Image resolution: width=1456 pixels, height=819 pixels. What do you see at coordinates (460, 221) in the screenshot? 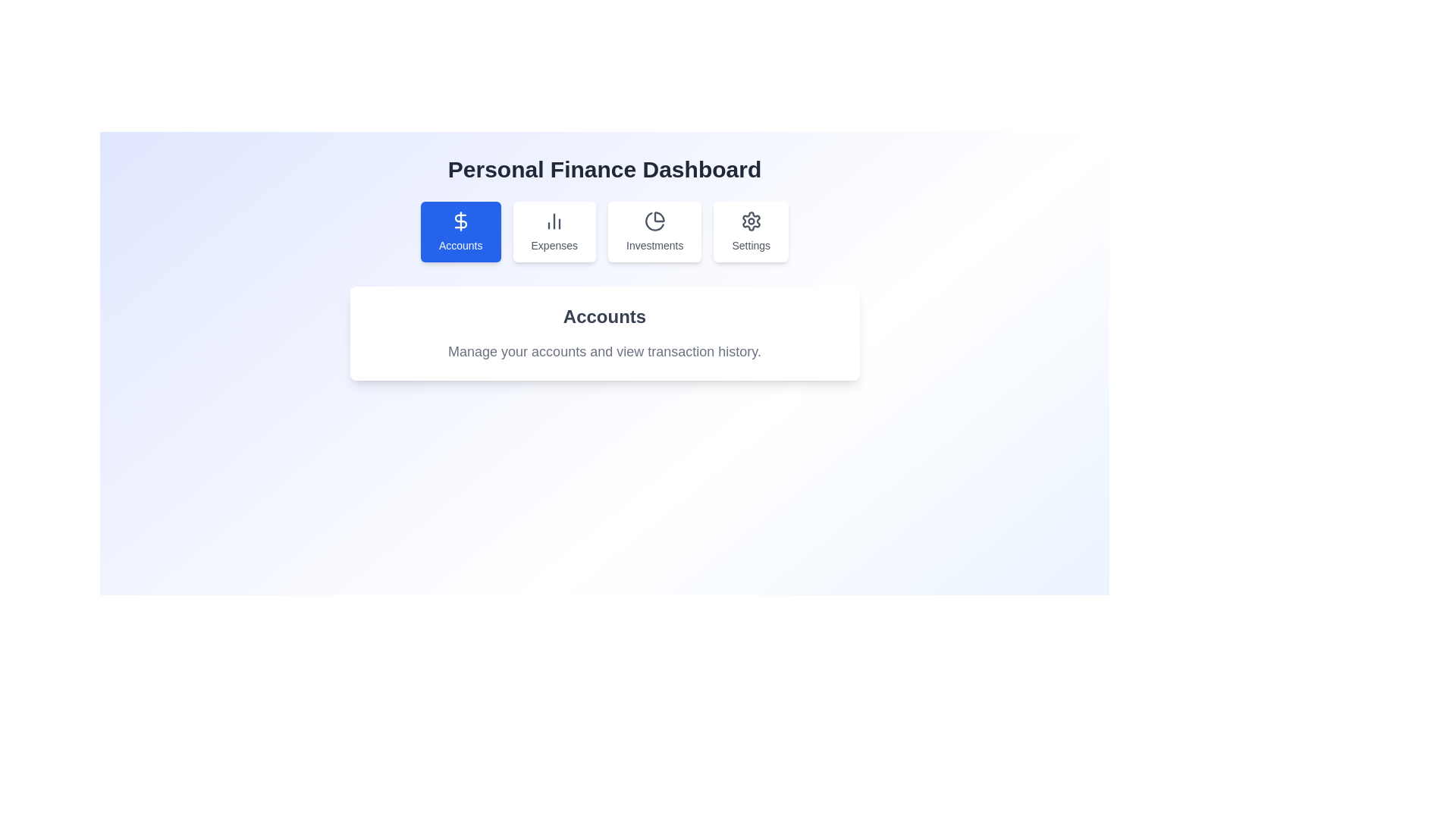
I see `the dollar sign outline icon located within the blue 'Accounts' button` at bounding box center [460, 221].